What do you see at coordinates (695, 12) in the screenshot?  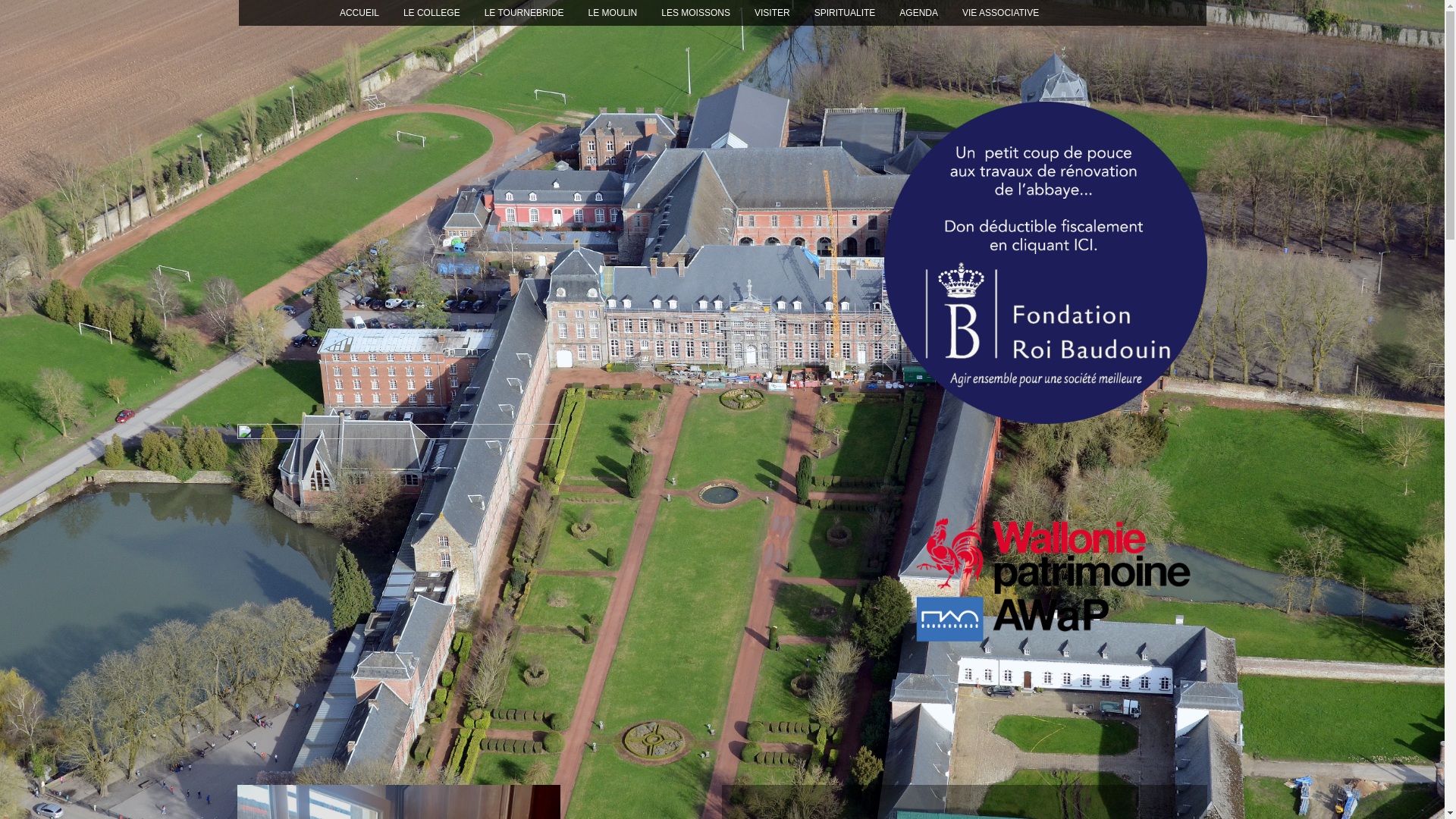 I see `'LES MOISSONS'` at bounding box center [695, 12].